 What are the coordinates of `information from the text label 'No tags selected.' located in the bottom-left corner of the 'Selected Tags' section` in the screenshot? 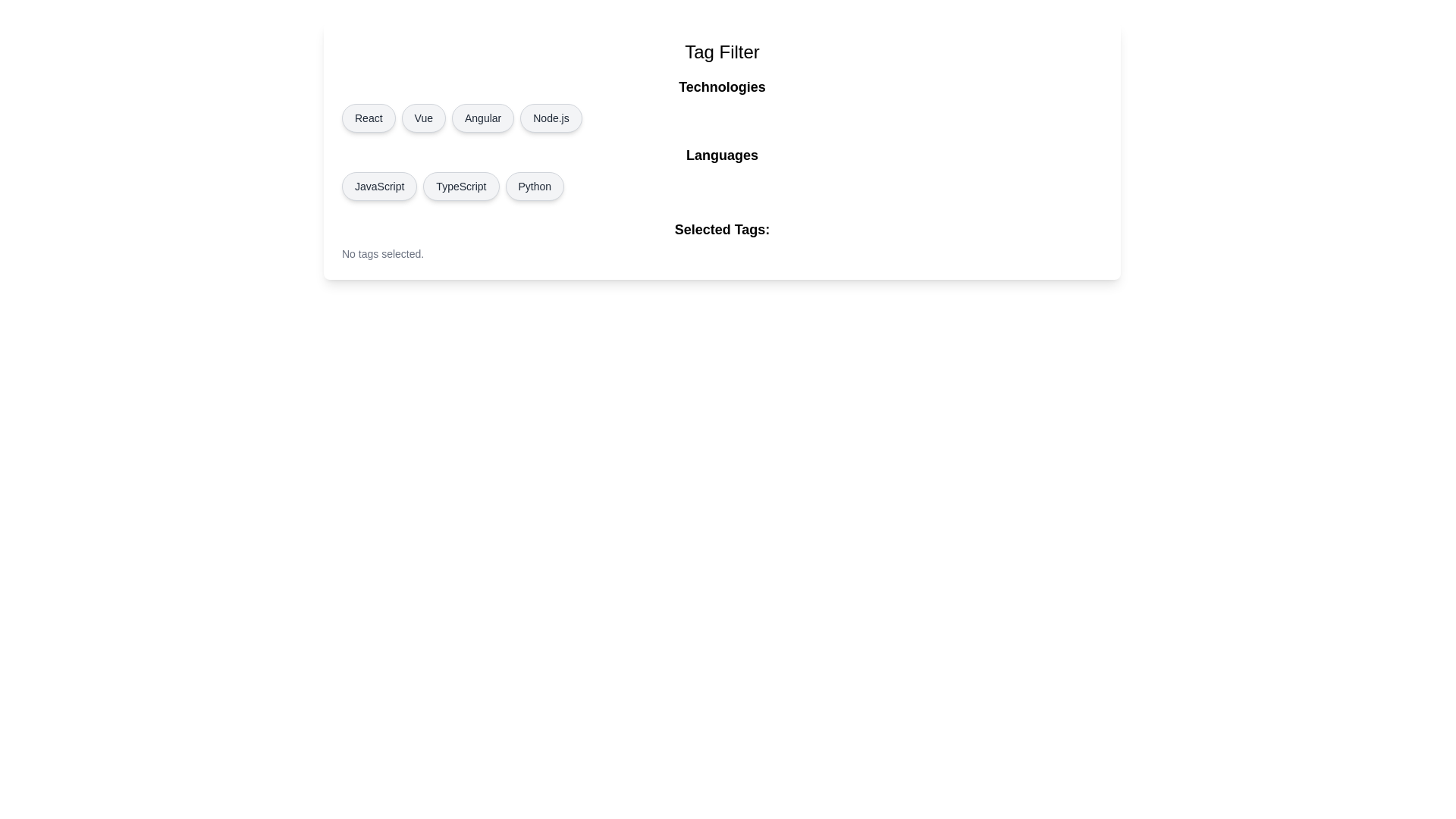 It's located at (383, 253).